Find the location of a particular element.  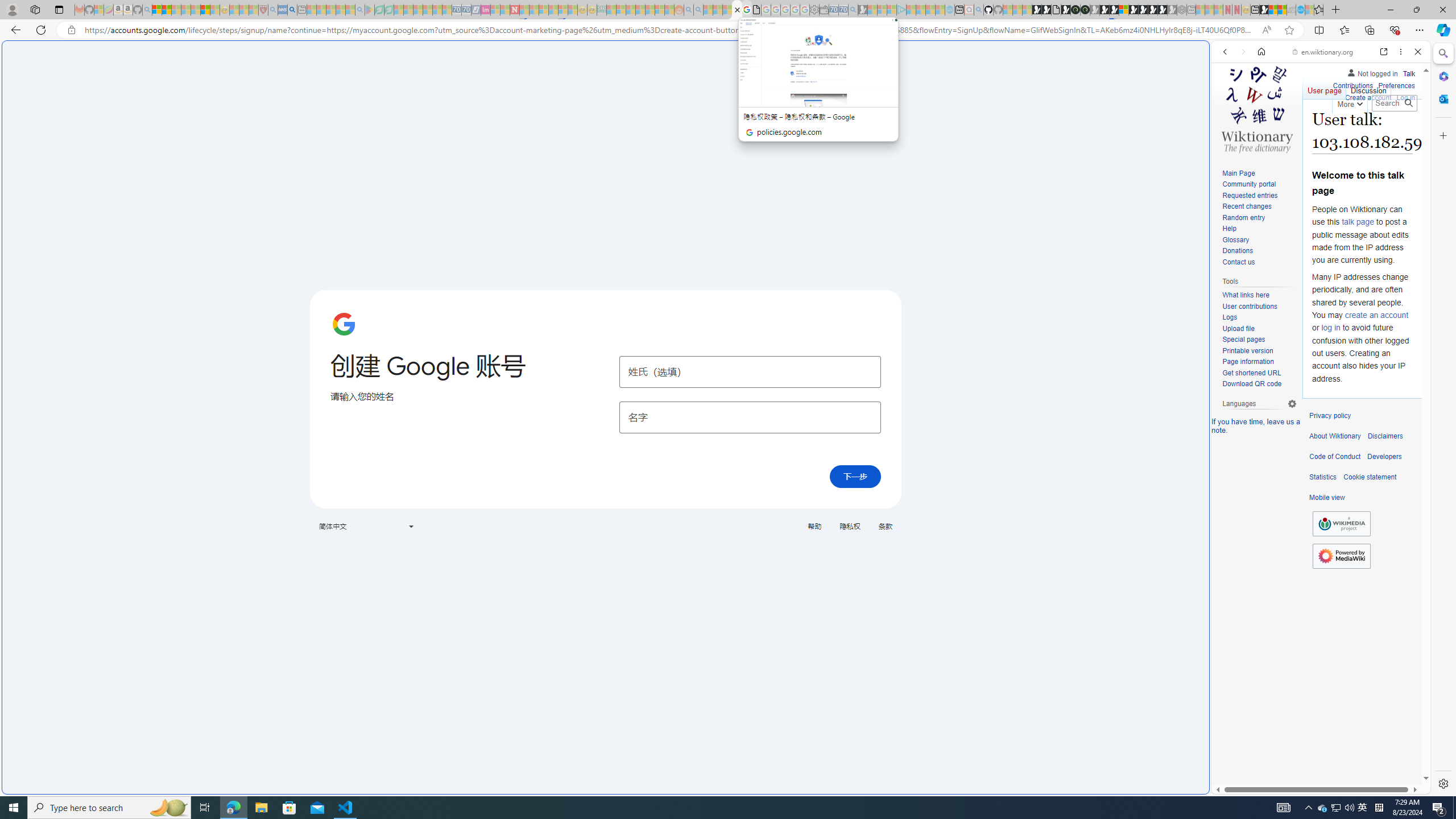

'Get shortened URL' is located at coordinates (1259, 373).